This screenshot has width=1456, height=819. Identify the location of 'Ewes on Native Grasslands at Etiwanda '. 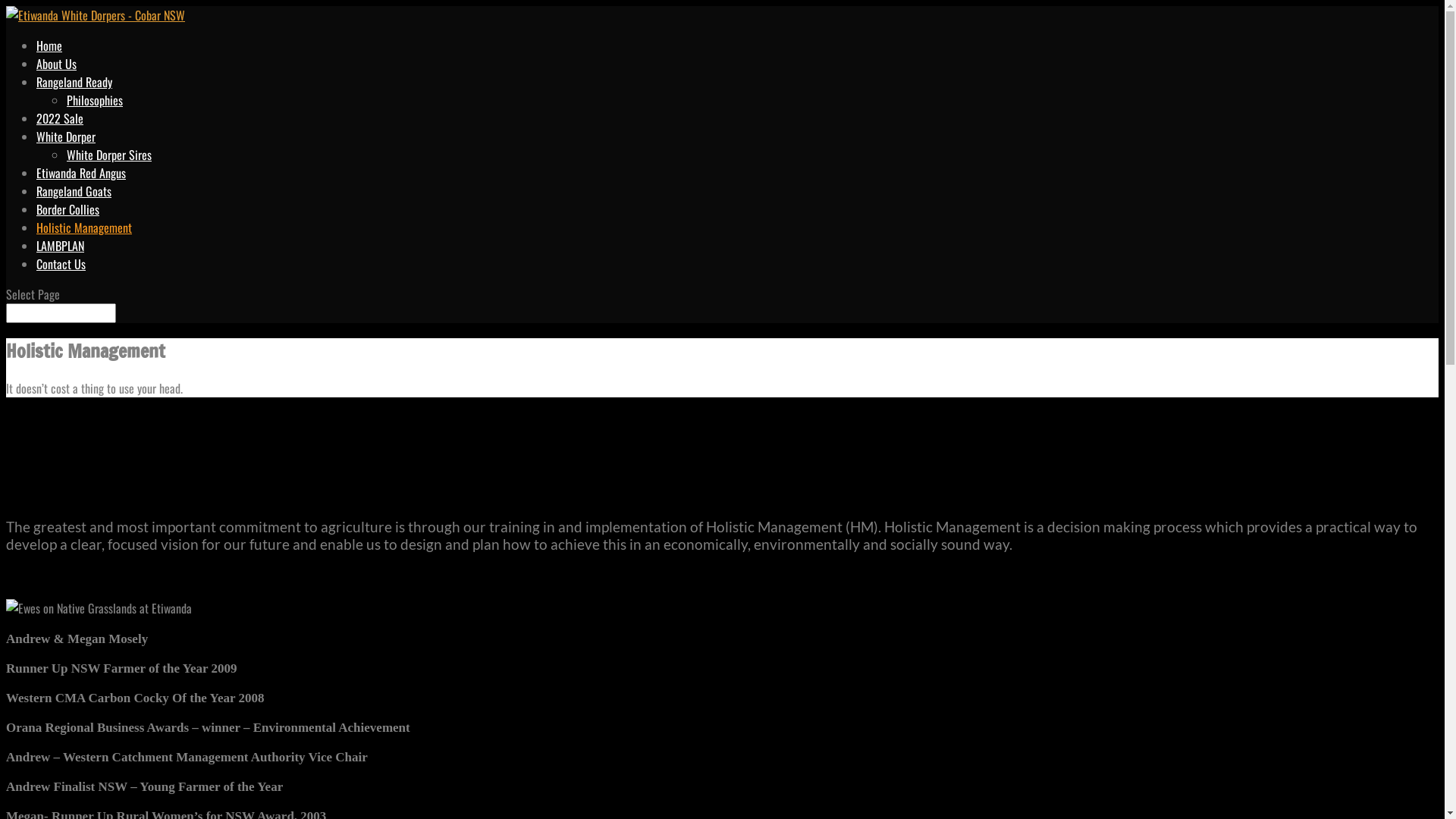
(98, 607).